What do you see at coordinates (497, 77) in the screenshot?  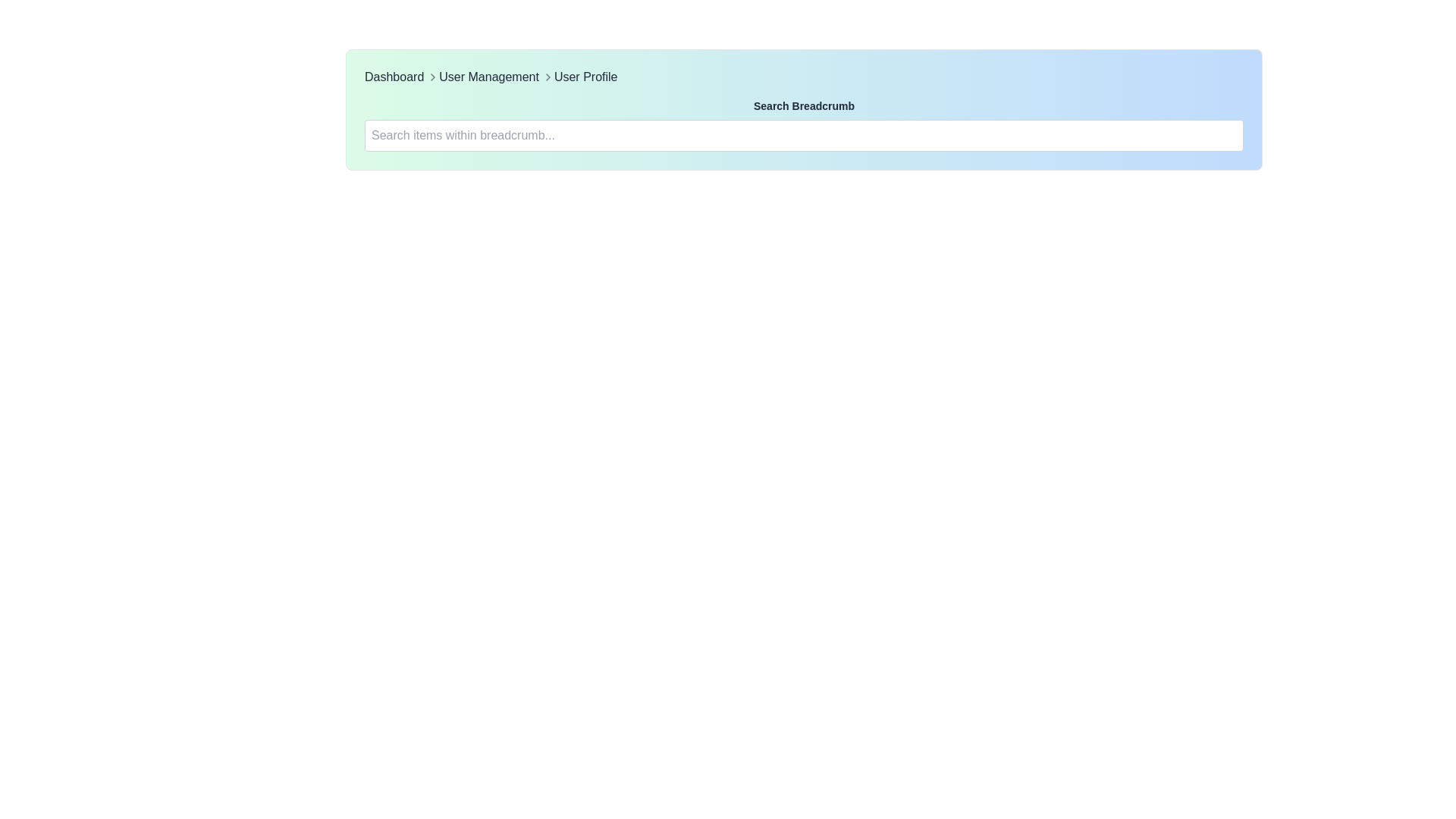 I see `the interactive text link labeled 'User Management' in the breadcrumb navigation` at bounding box center [497, 77].